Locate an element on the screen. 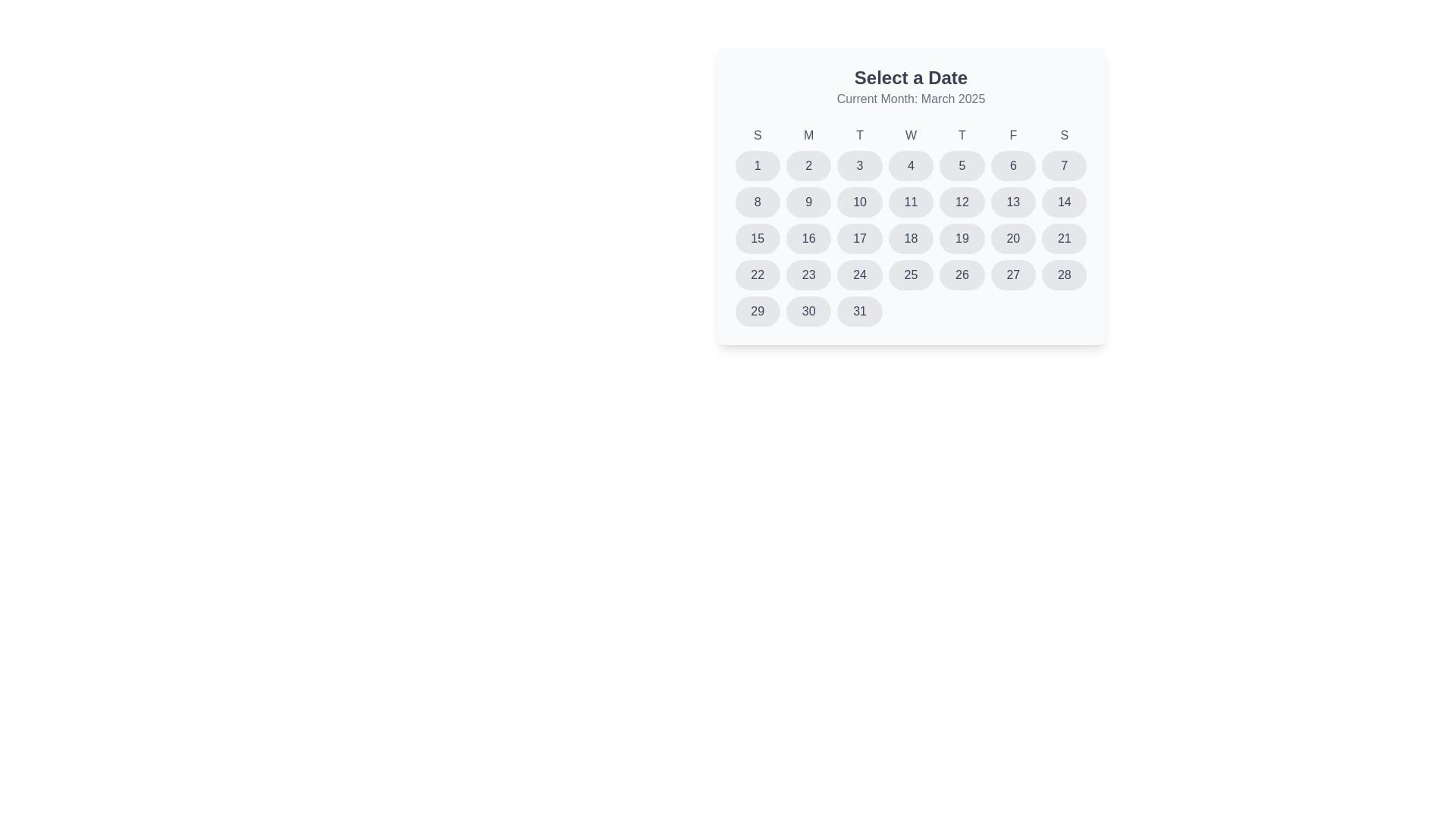  the button representing the 21st day of the month in the sixth column of the fourth row in the date selection grid is located at coordinates (1063, 239).